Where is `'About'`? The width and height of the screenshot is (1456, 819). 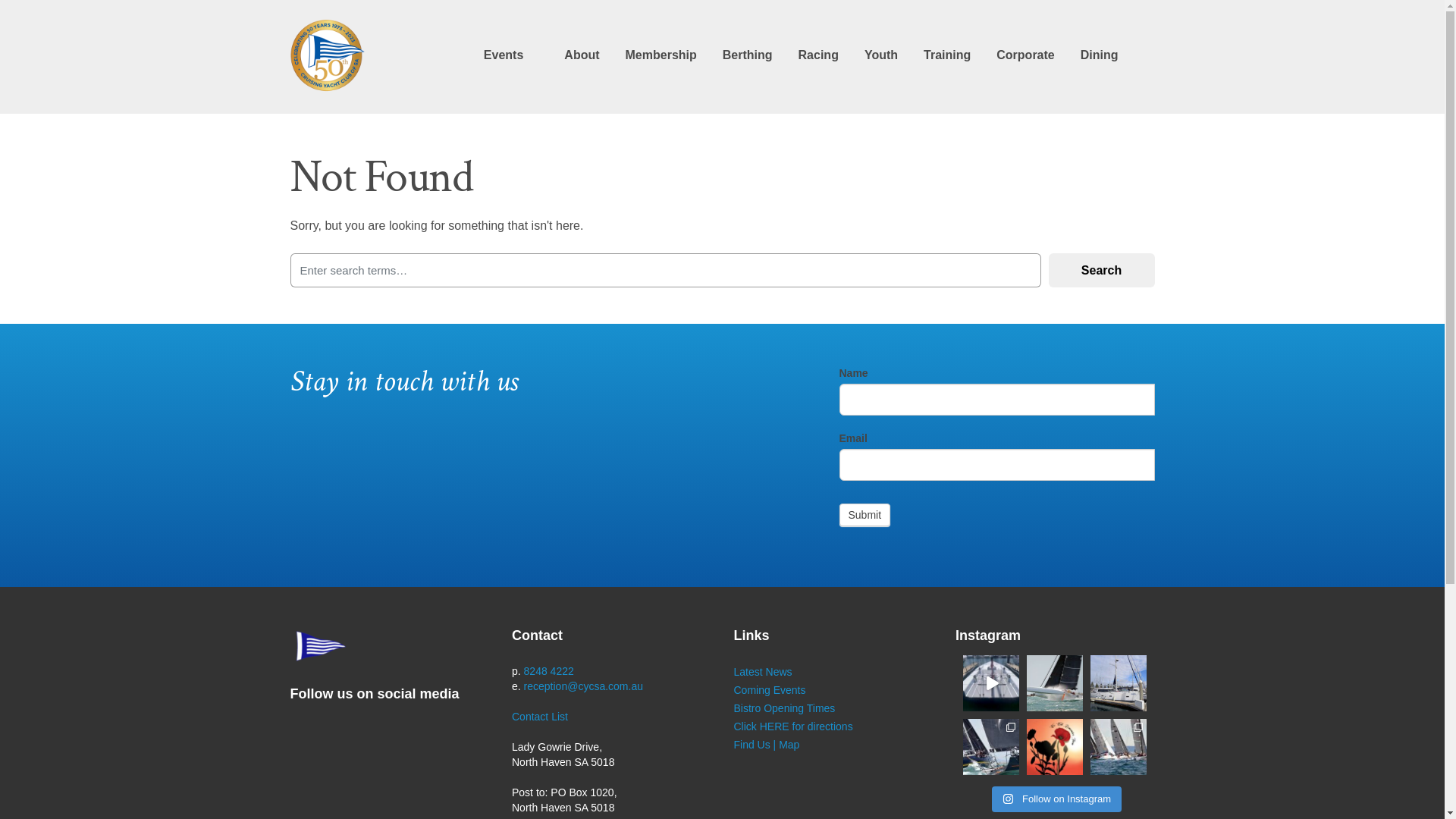
'About' is located at coordinates (581, 55).